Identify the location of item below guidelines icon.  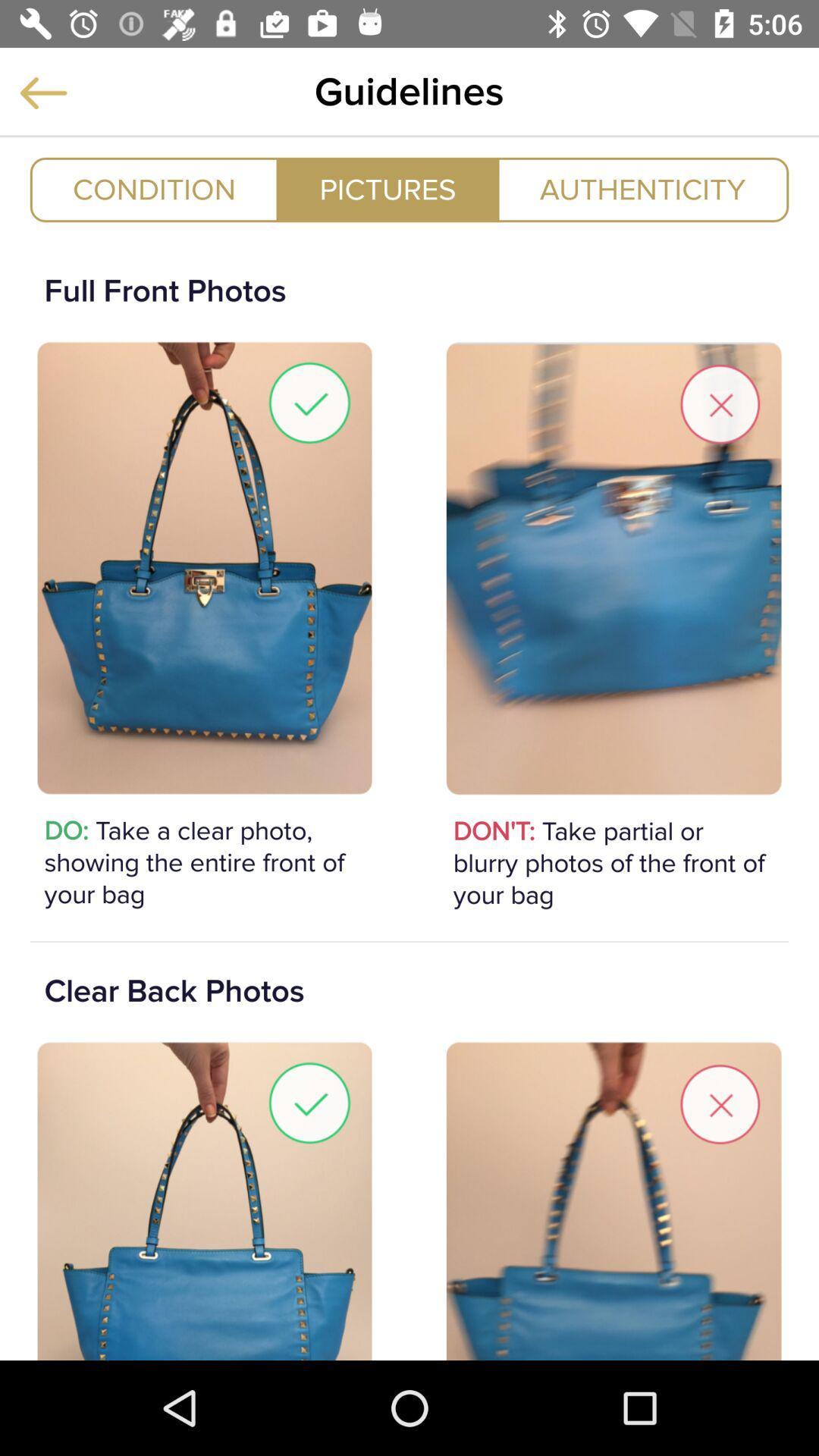
(387, 189).